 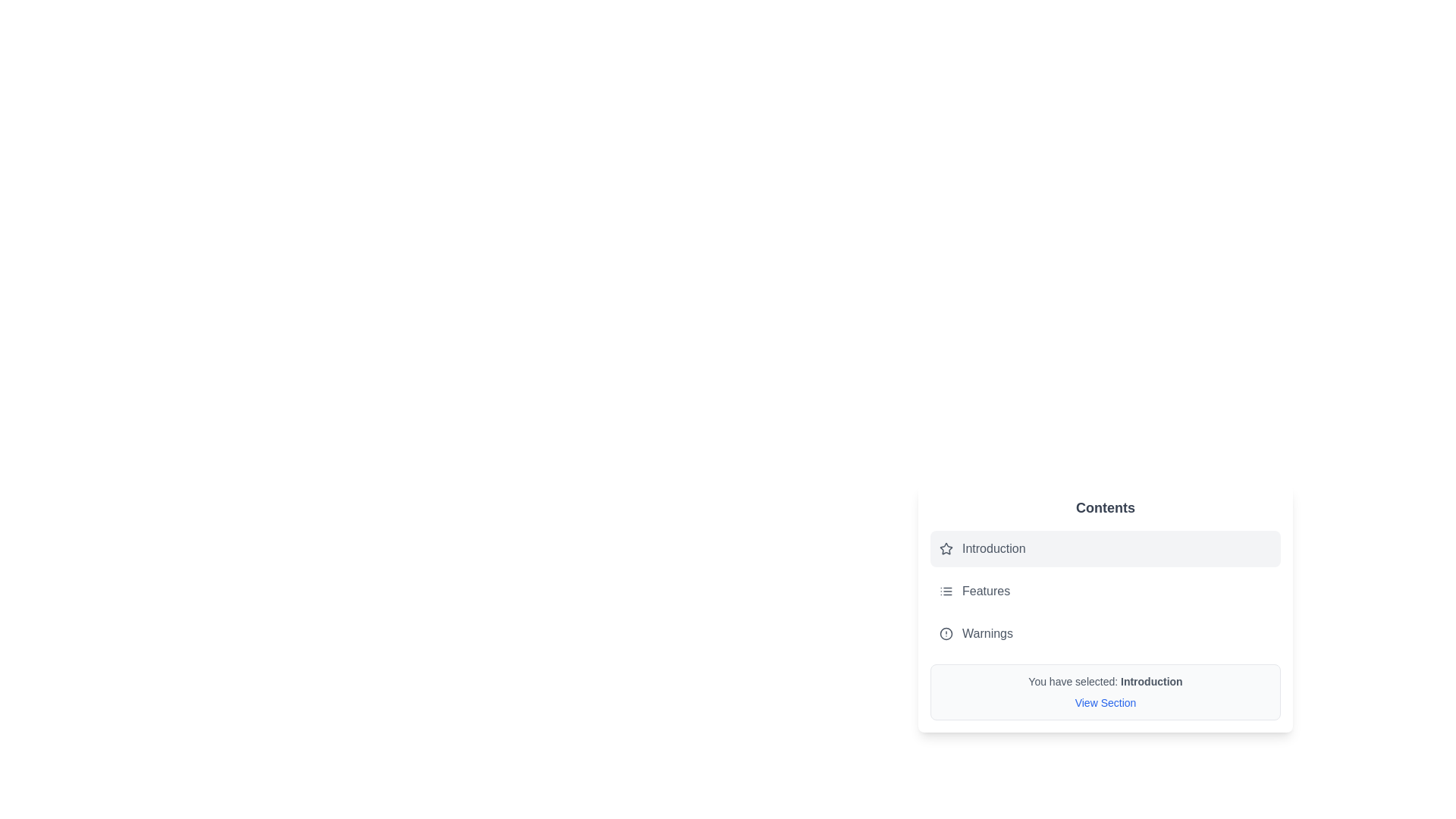 What do you see at coordinates (1106, 680) in the screenshot?
I see `the text label displaying 'You have selected: Introduction', which is emphasized in grey text and located centrally under the headings` at bounding box center [1106, 680].